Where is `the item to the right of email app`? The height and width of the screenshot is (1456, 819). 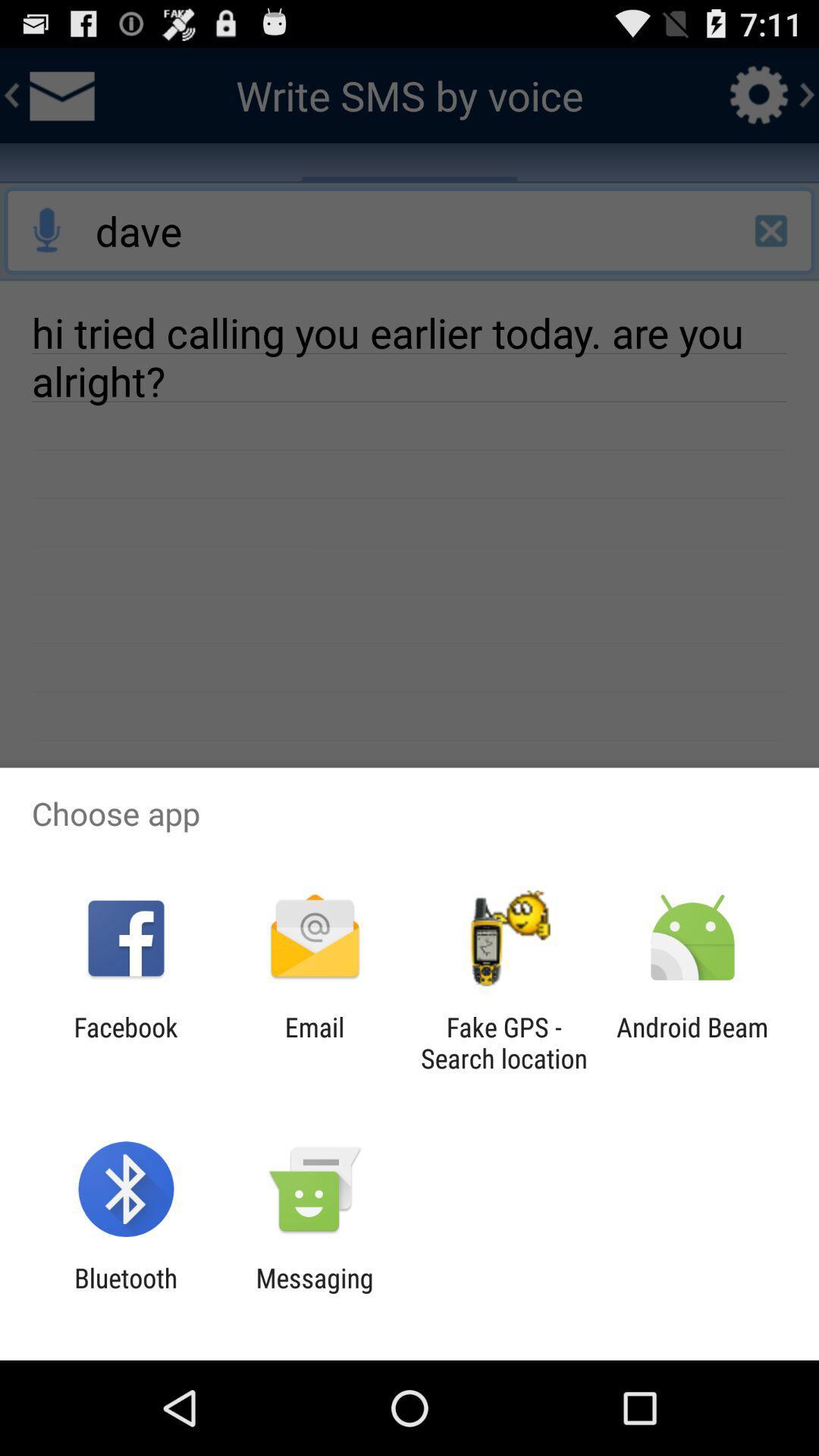
the item to the right of email app is located at coordinates (504, 1042).